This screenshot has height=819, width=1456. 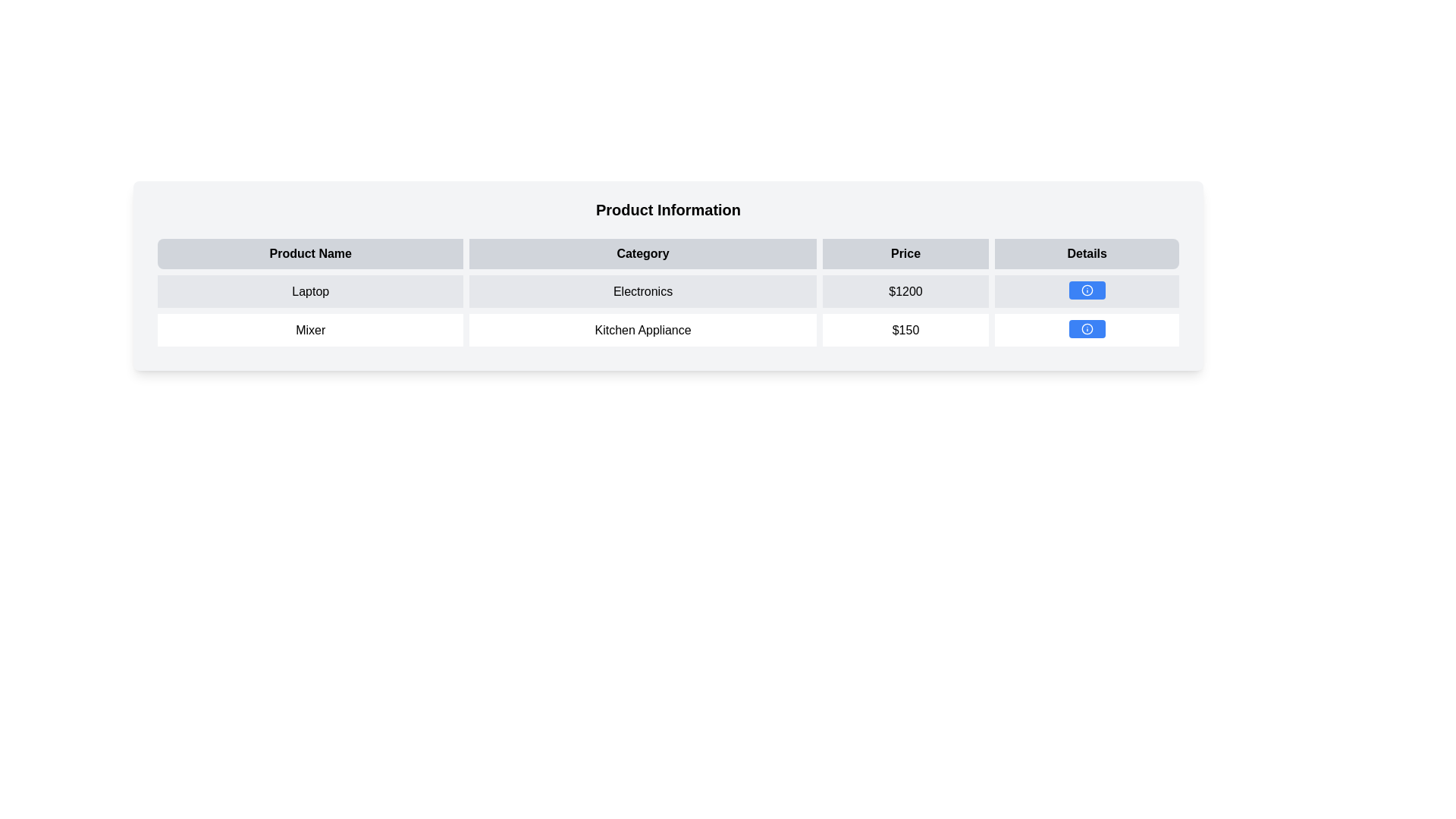 What do you see at coordinates (309, 291) in the screenshot?
I see `the 'Laptop' text label in the first column of the table, which represents the product name for the first row item in the 'Electronics' category` at bounding box center [309, 291].